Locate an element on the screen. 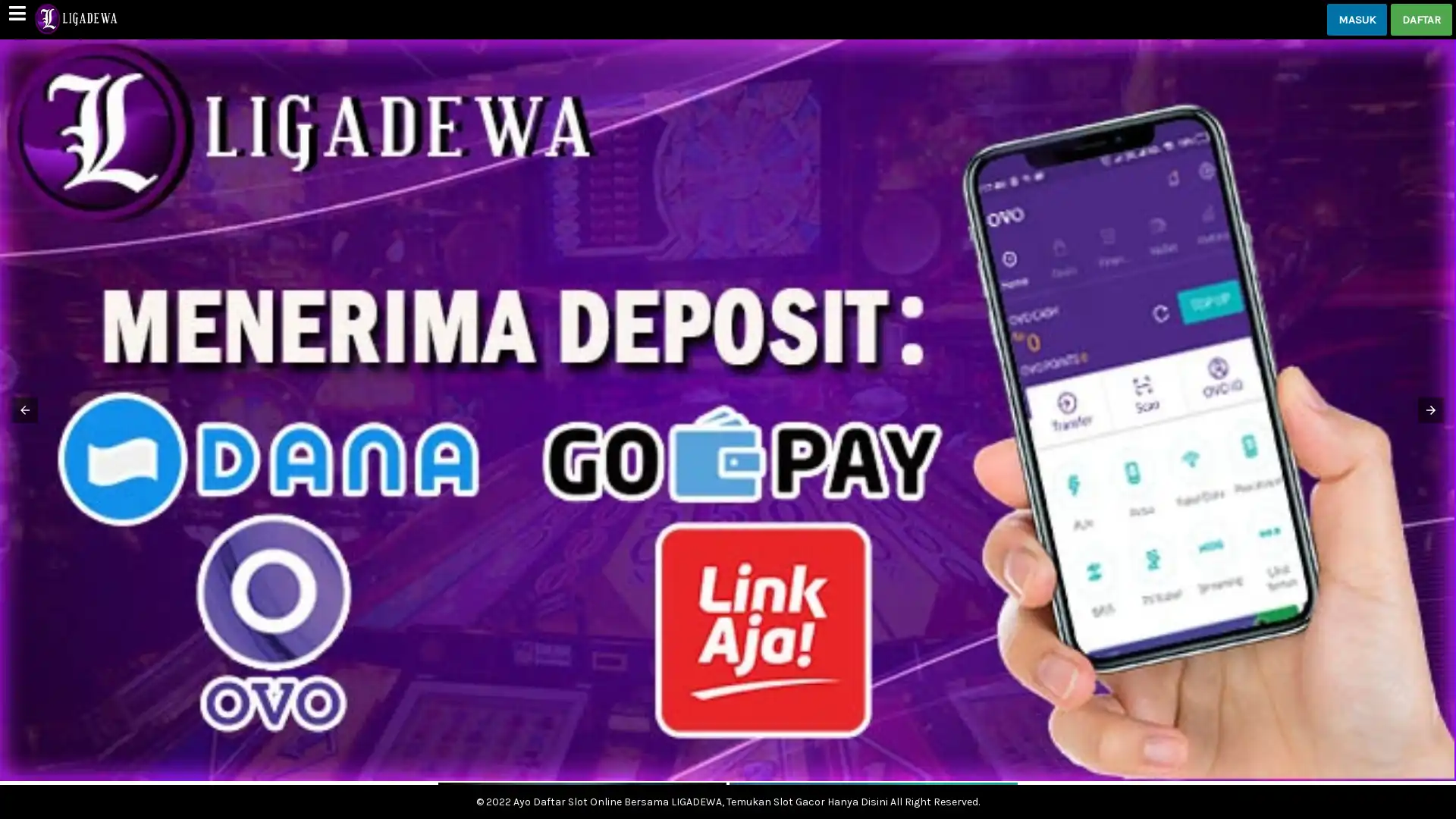 This screenshot has width=1456, height=819. Next item in carousel (2 of 3) is located at coordinates (1429, 409).